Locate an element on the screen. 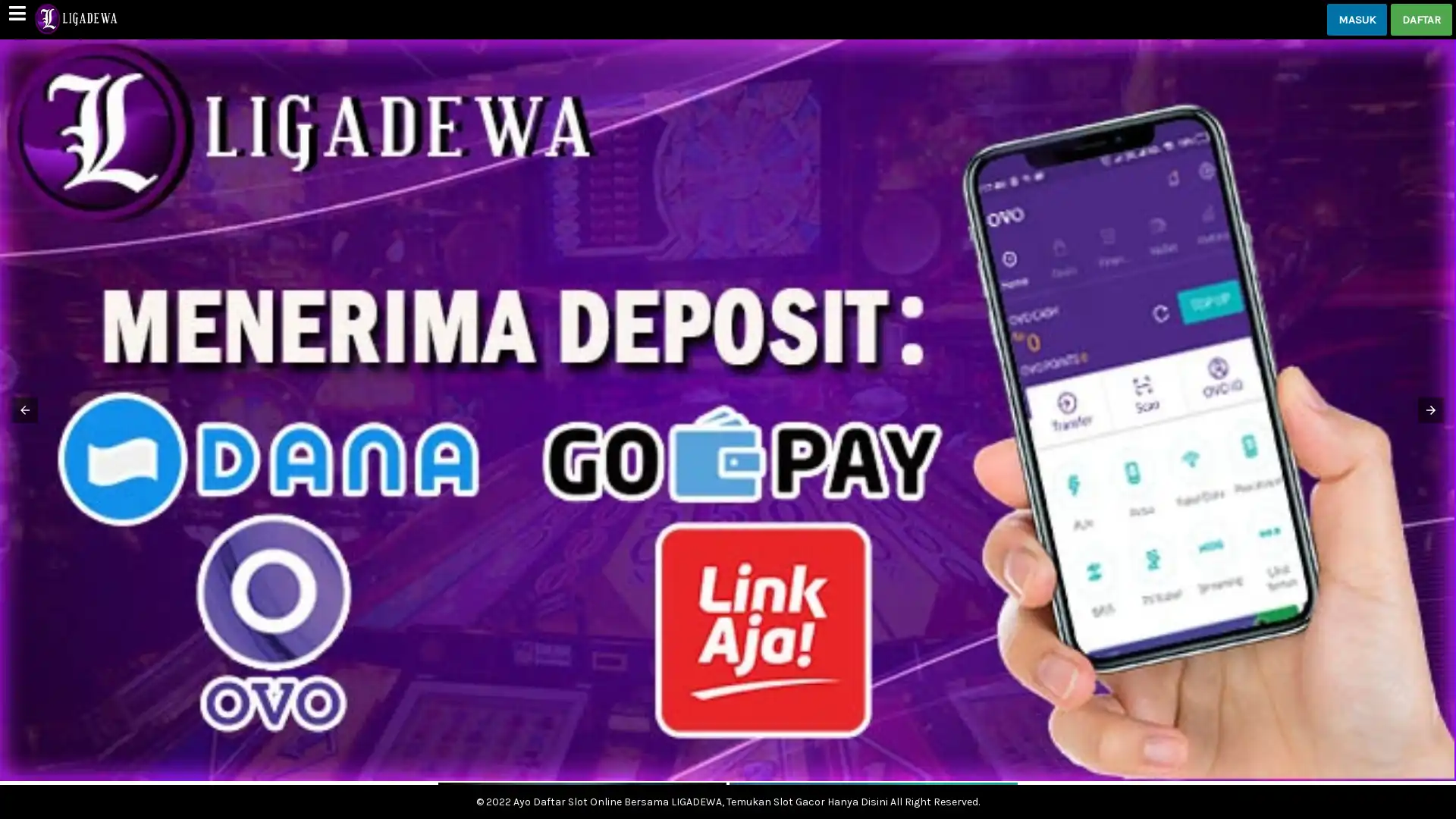 This screenshot has width=1456, height=819. Next item in carousel (2 of 3) is located at coordinates (1429, 409).